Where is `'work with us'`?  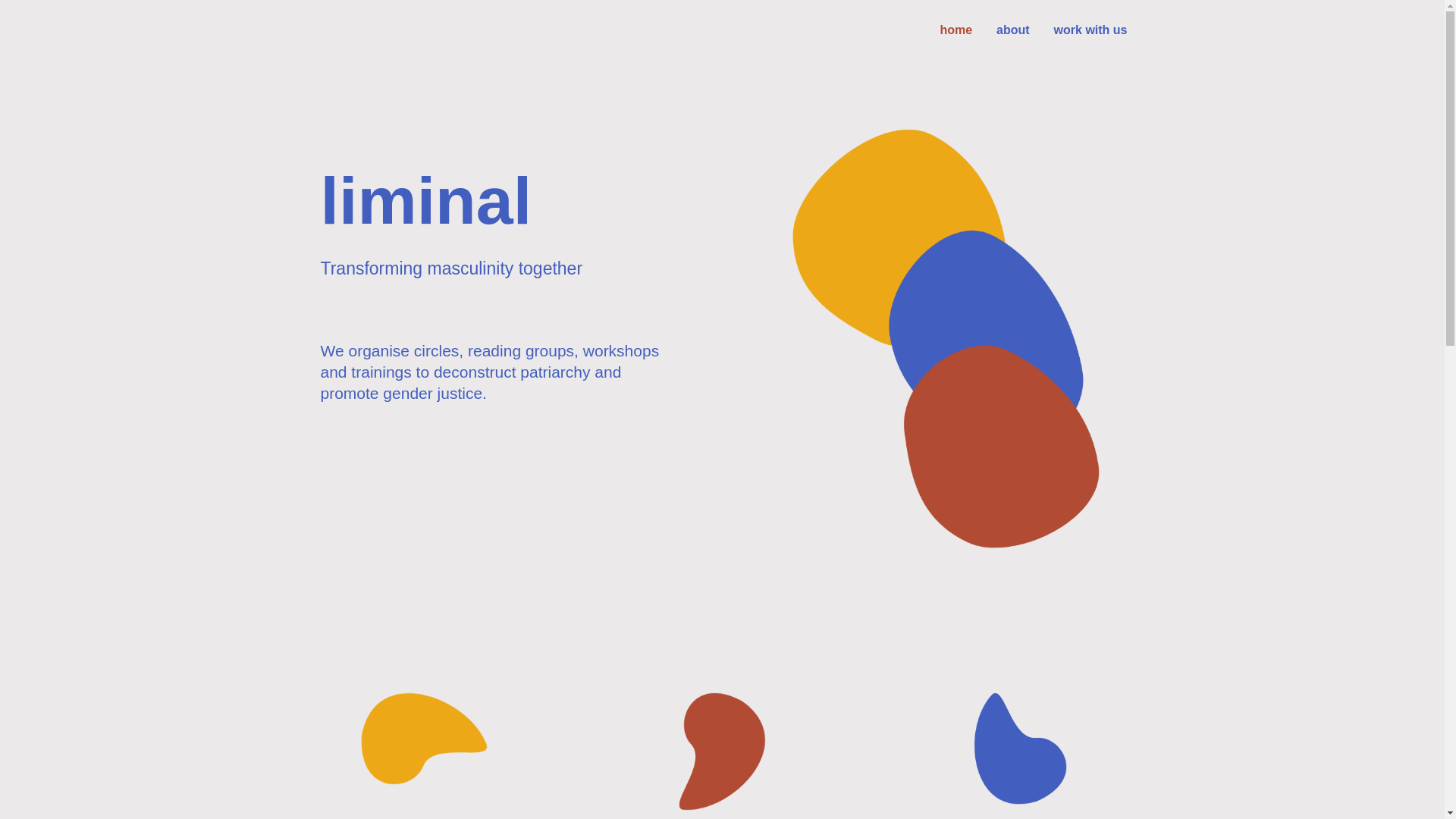 'work with us' is located at coordinates (1090, 30).